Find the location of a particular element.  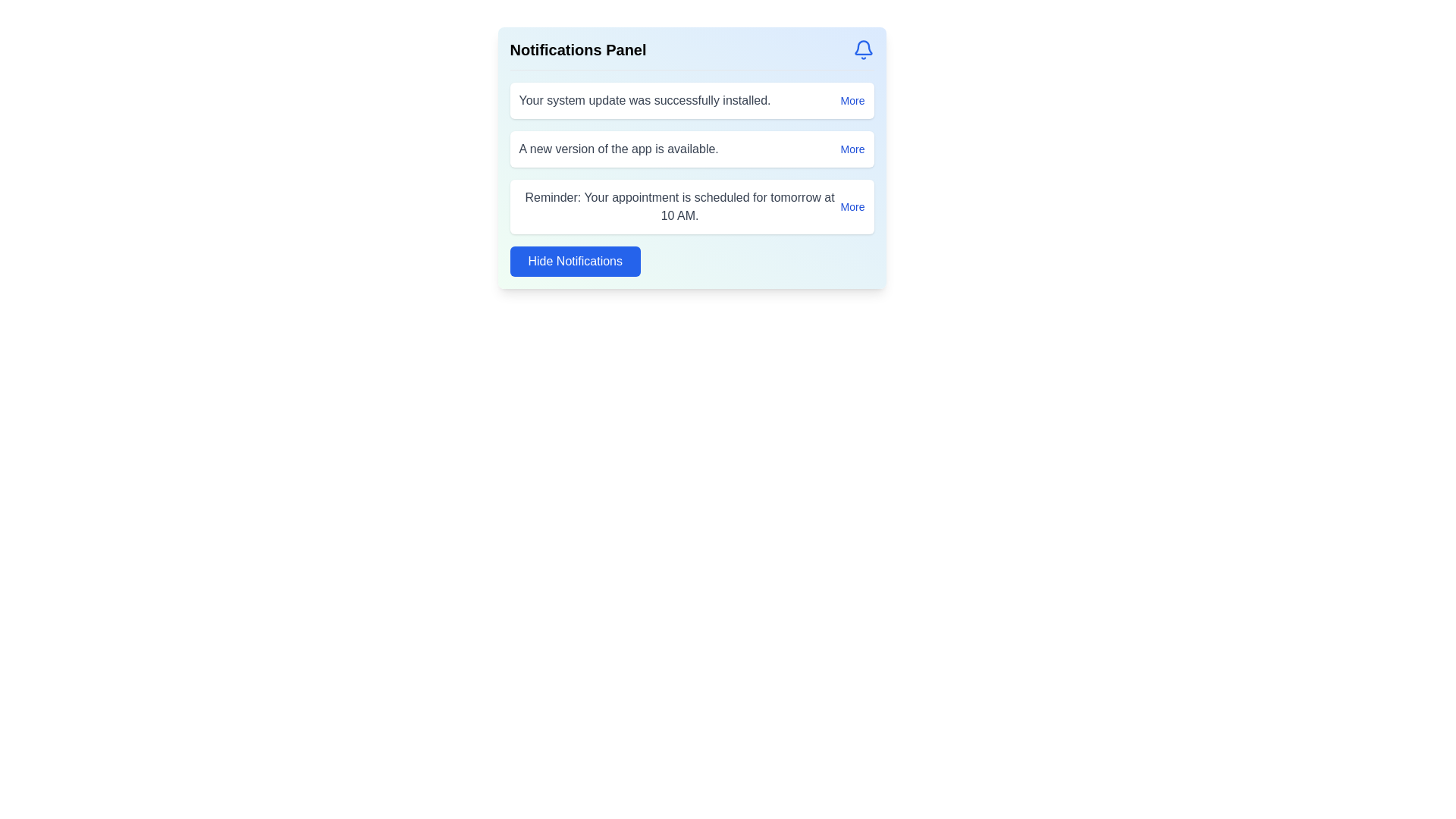

the 'More' link located in the top-right corner of the second notification card for accessibility is located at coordinates (852, 149).